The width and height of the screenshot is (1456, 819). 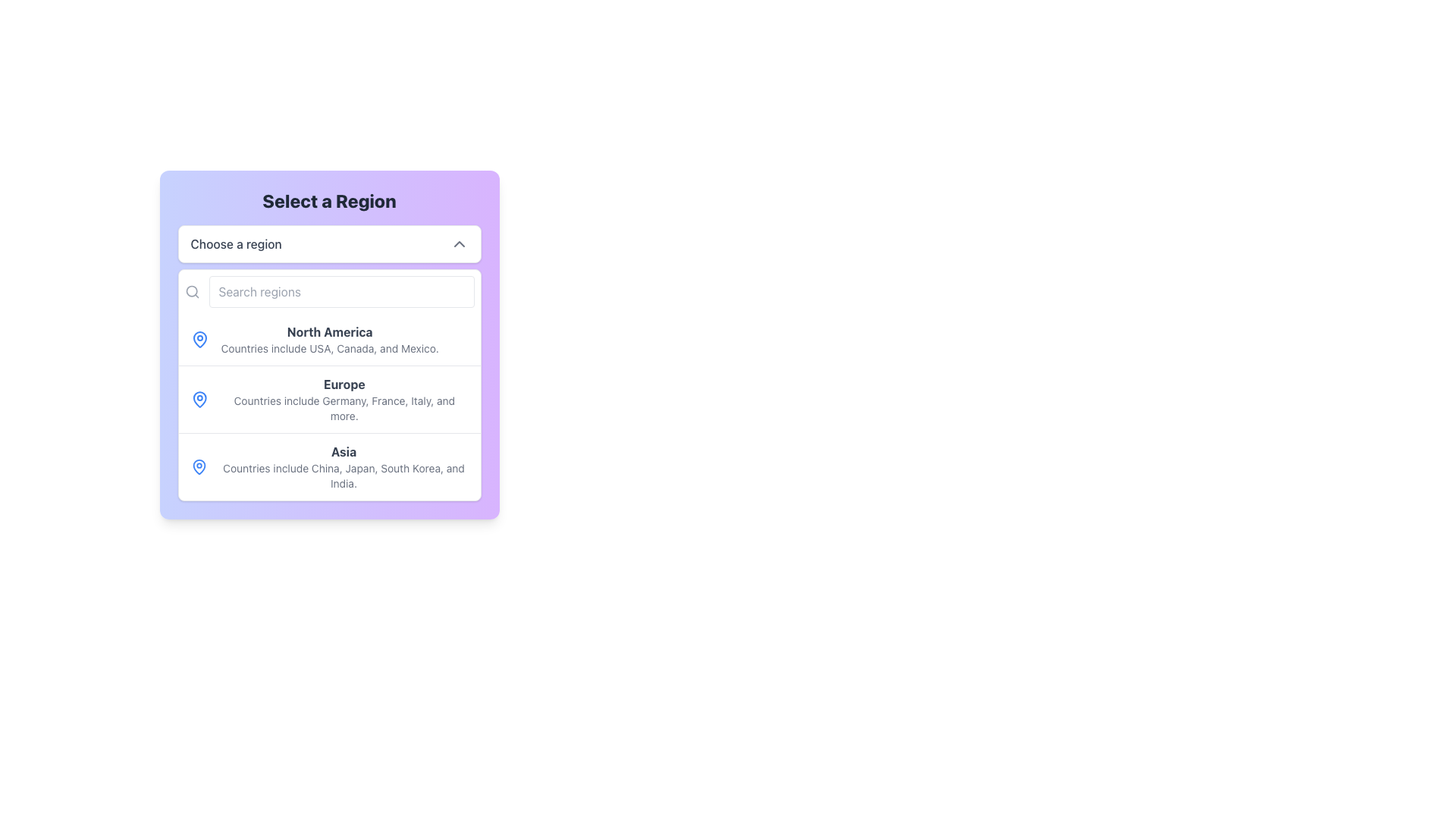 I want to click on the text block containing the header 'Asia' and the subtext about countries, which is the third listing in the 'Select a Region' dropdown, so click(x=343, y=466).